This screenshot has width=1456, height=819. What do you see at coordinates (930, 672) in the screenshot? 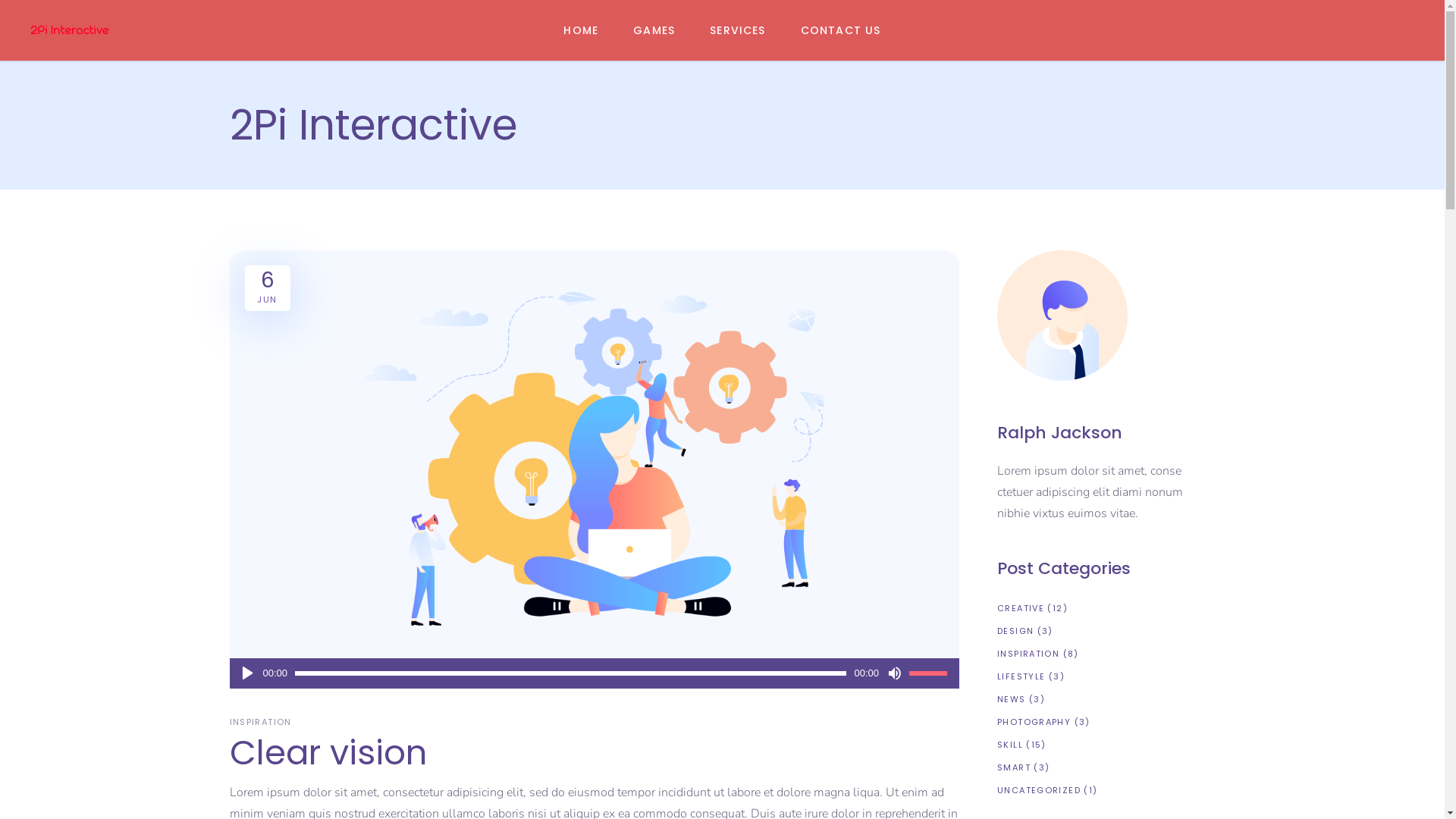
I see `'Use Up/Down Arrow keys to increase or decrease volume.'` at bounding box center [930, 672].